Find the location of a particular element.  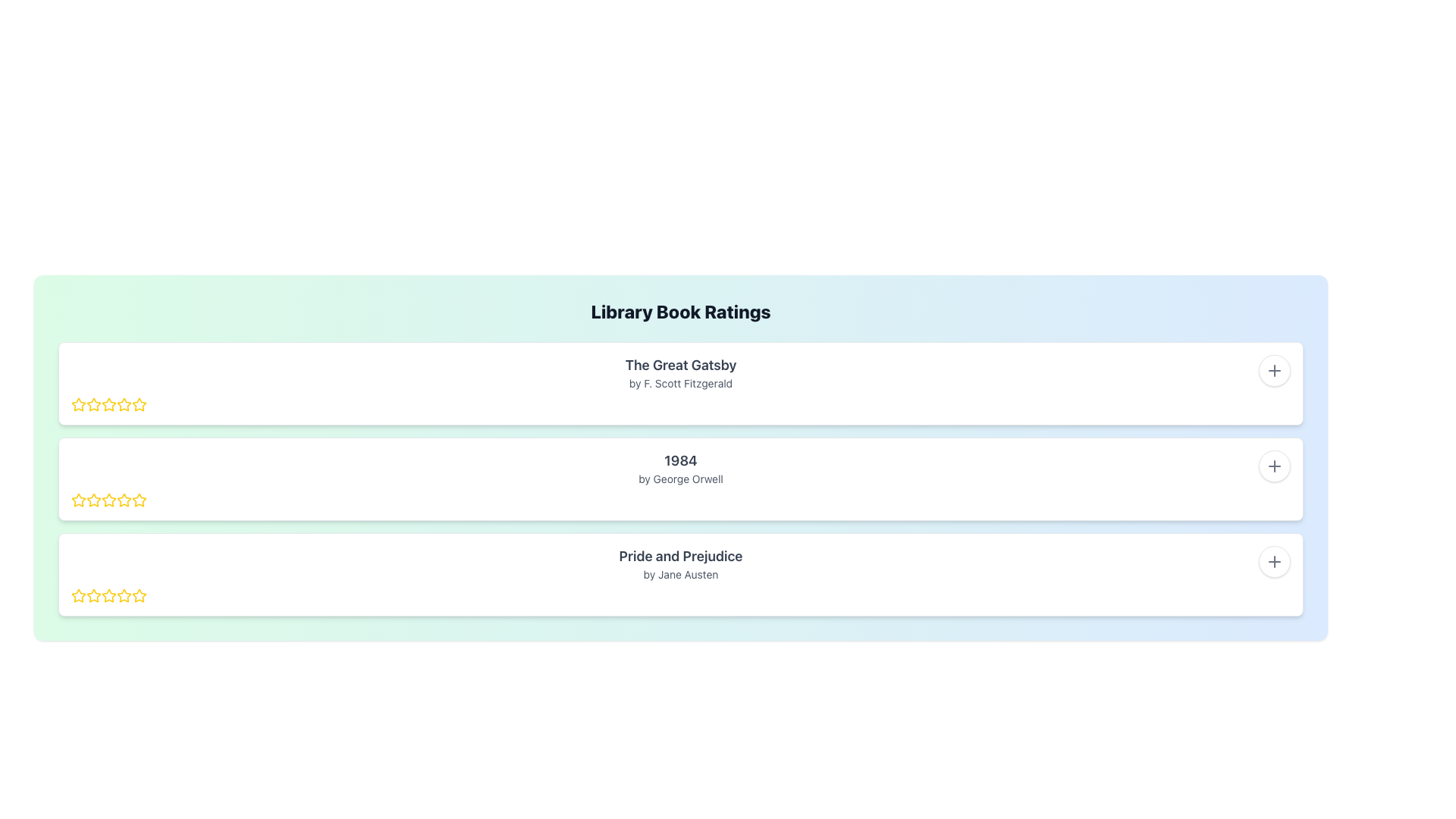

text label displaying the book title '1984' which is positioned above the subtitle 'by George Orwell' is located at coordinates (679, 460).